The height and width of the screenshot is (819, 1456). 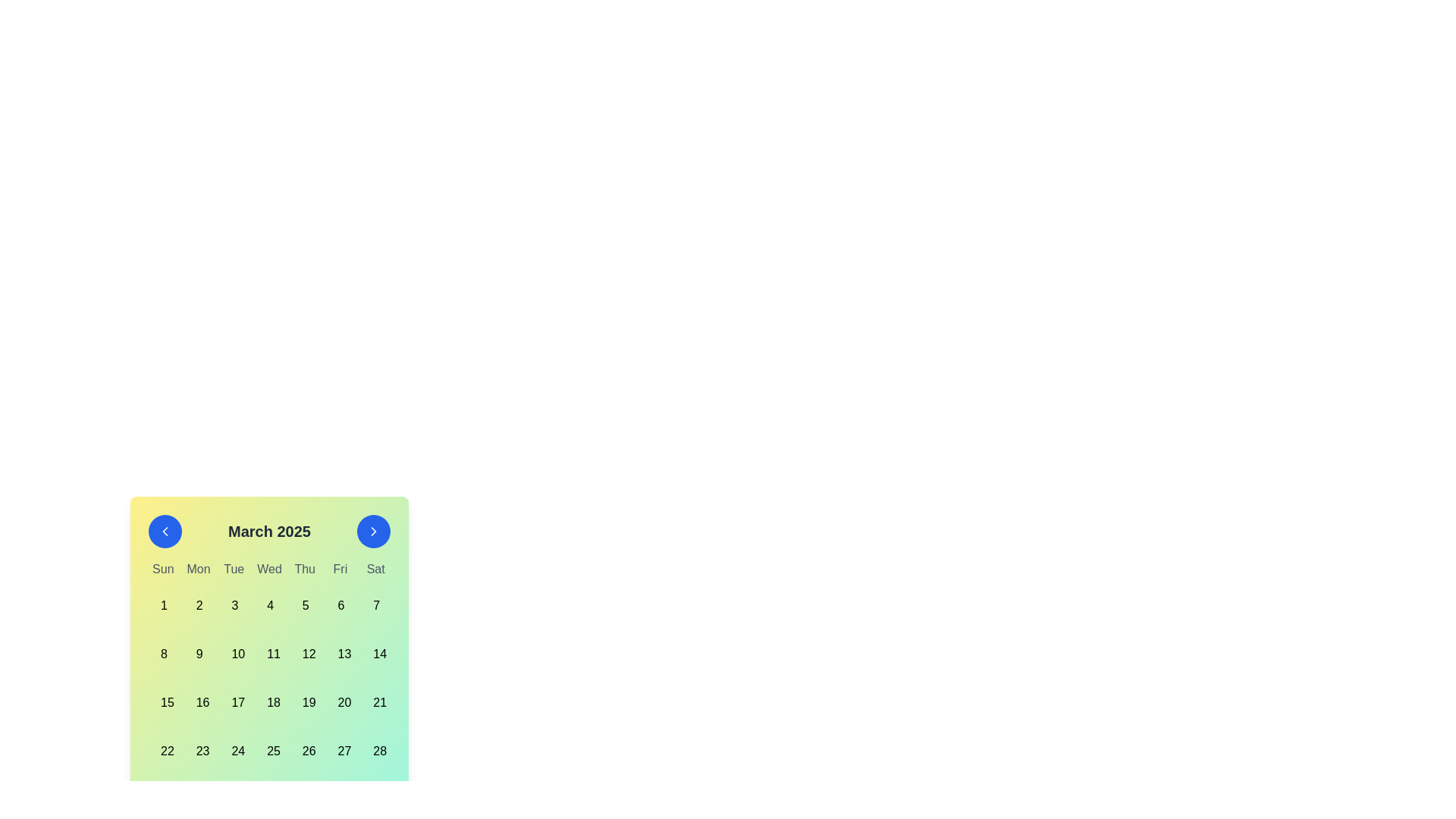 What do you see at coordinates (269, 531) in the screenshot?
I see `the read-only Text Label that indicates the currently visible month and year in the calendar, which is centrally located in the header section between two circular navigation buttons` at bounding box center [269, 531].